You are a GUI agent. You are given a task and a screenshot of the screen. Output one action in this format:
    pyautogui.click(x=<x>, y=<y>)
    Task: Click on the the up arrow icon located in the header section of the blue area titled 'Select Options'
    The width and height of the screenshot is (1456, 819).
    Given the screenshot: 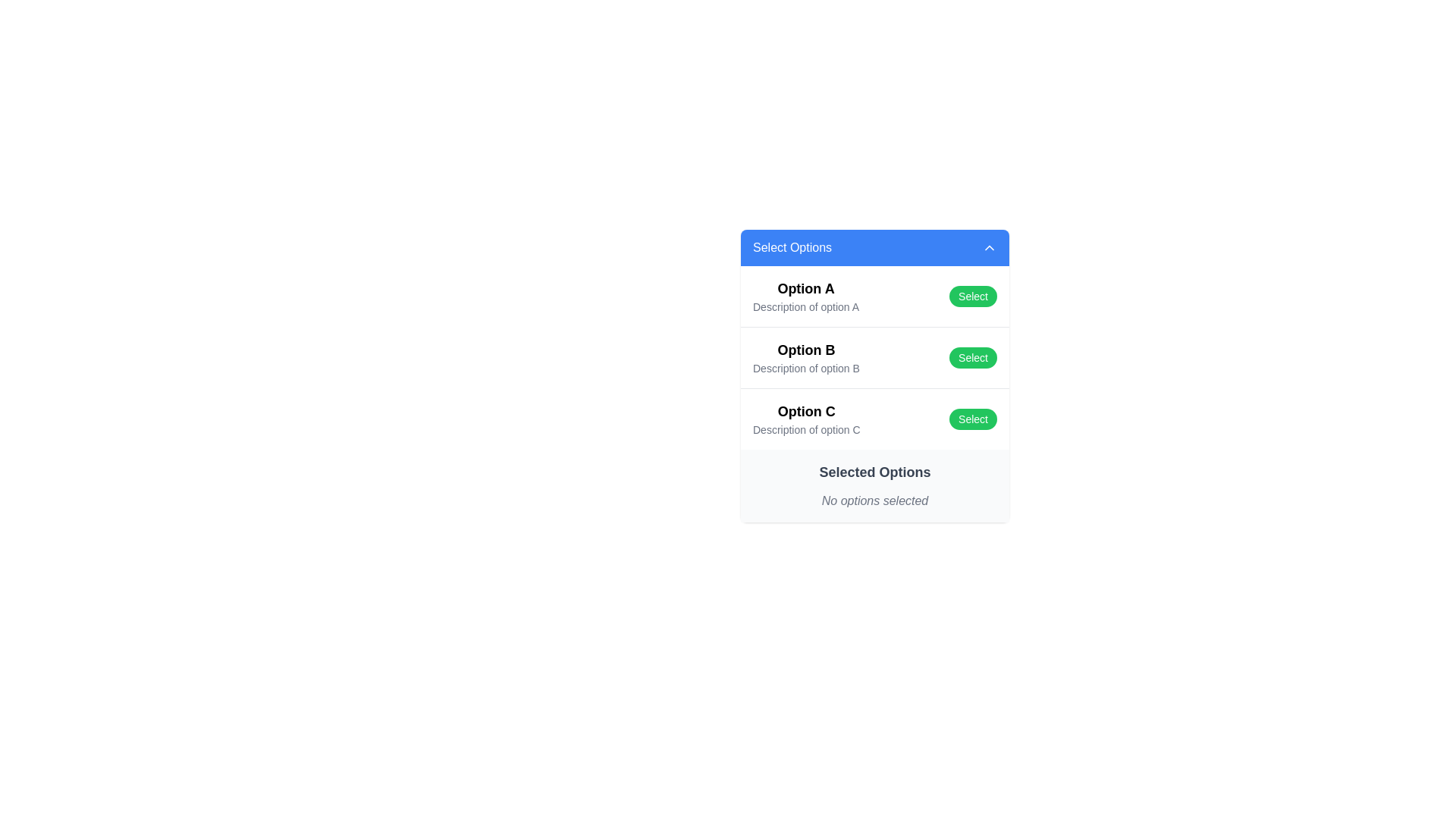 What is the action you would take?
    pyautogui.click(x=990, y=247)
    